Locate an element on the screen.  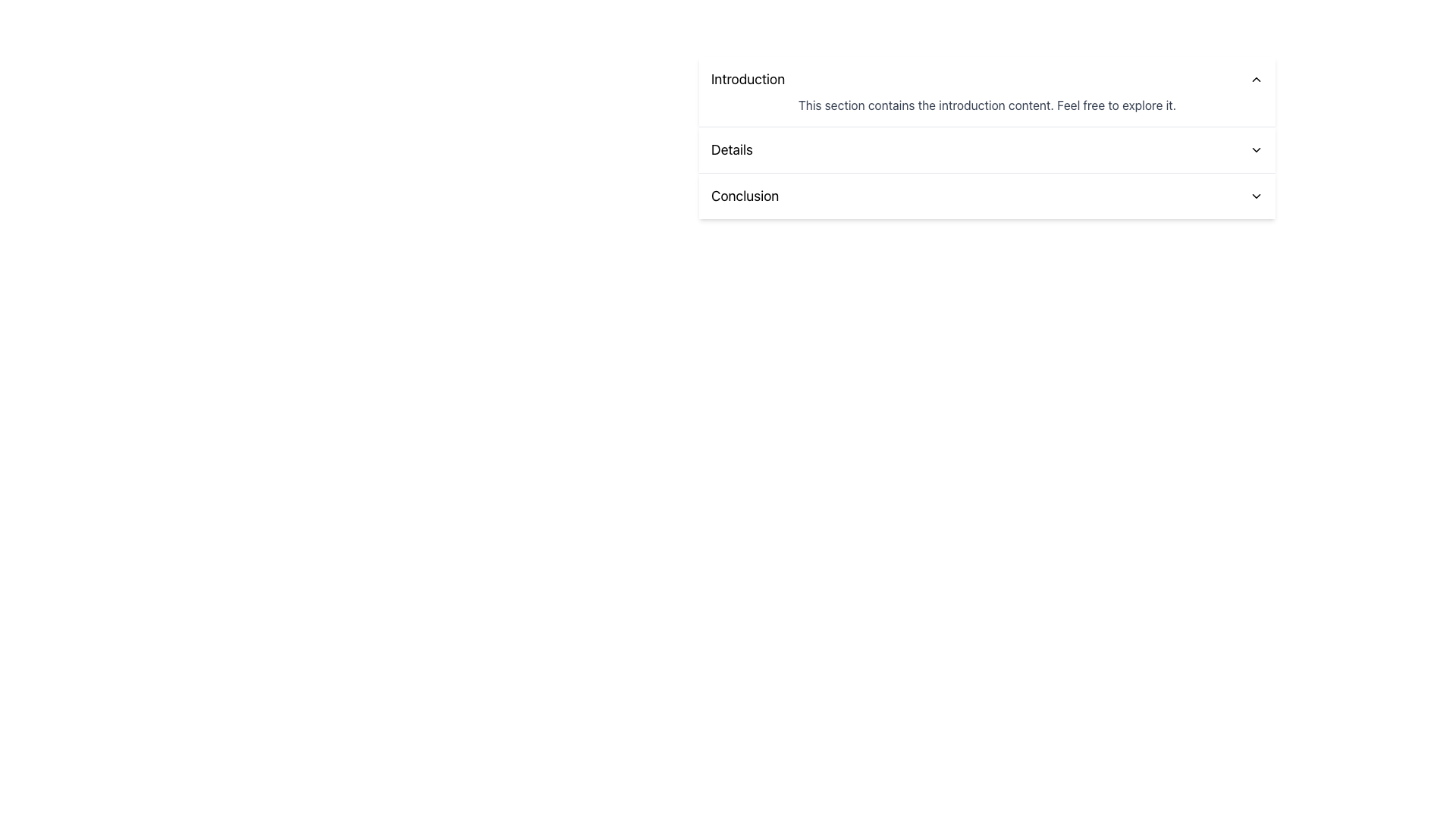
the Chevron toggle icon on the right side of the 'Introduction' section is located at coordinates (1256, 79).